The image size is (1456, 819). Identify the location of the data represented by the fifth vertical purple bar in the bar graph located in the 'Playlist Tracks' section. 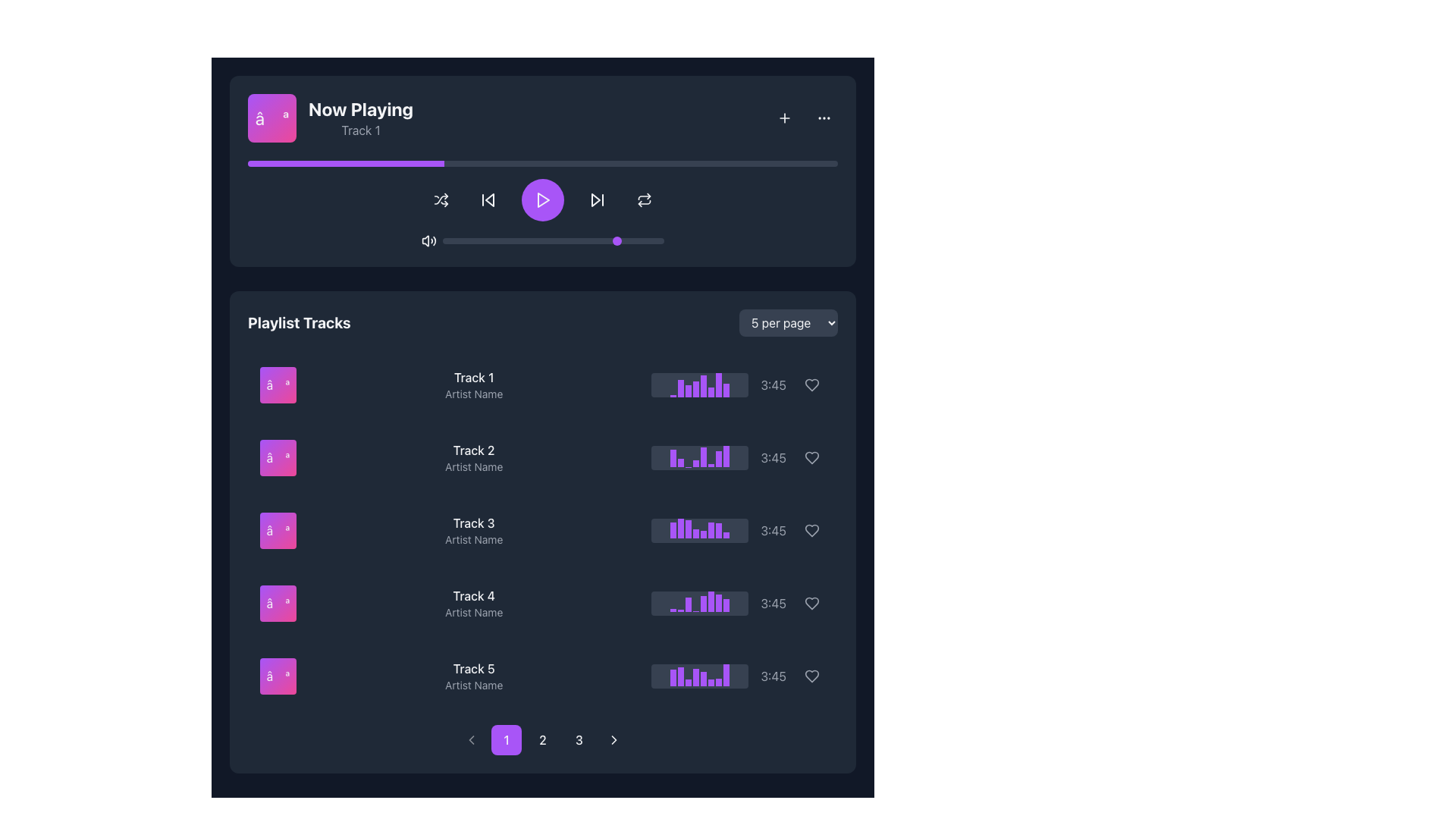
(703, 534).